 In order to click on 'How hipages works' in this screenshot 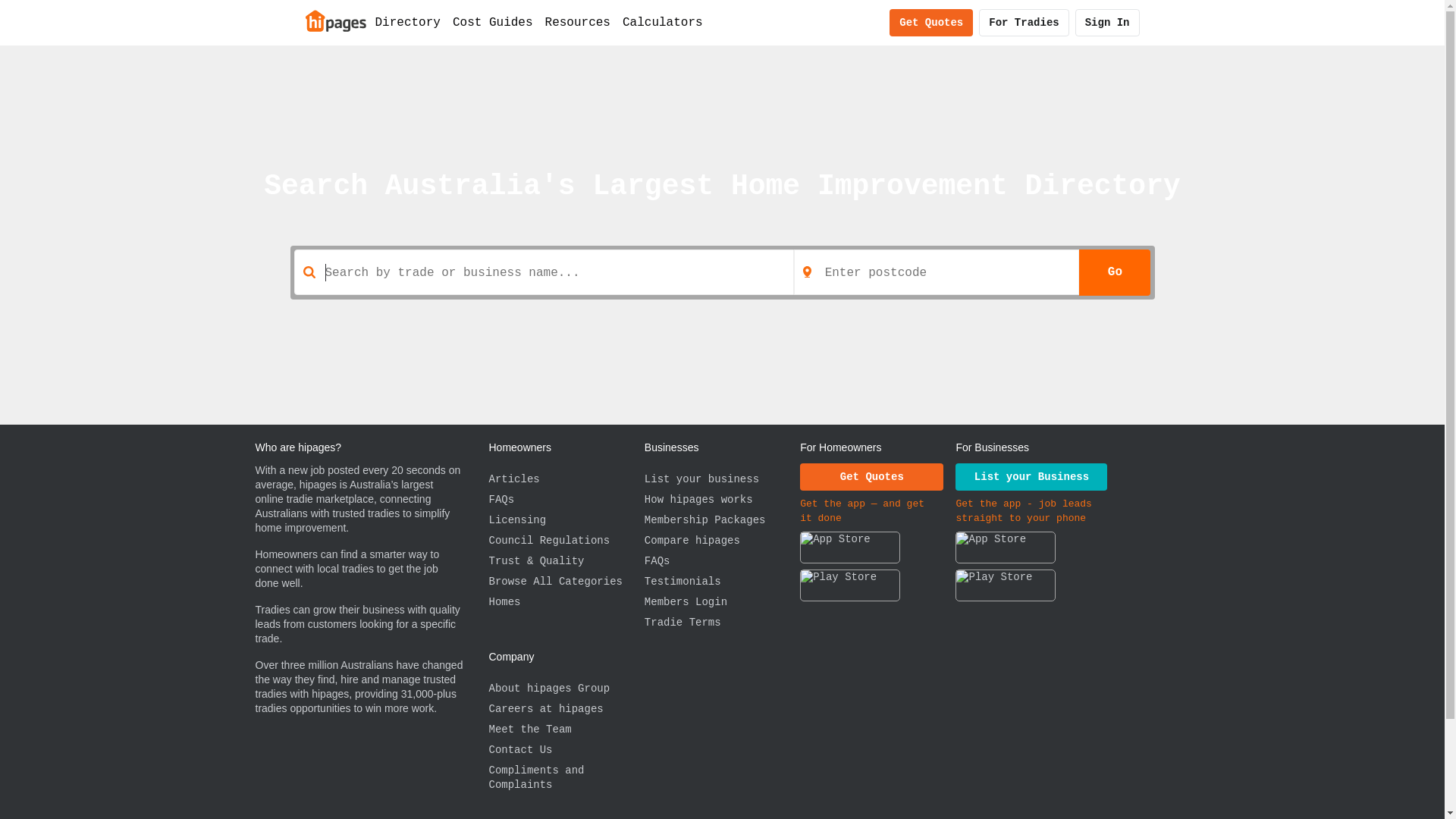, I will do `click(644, 500)`.